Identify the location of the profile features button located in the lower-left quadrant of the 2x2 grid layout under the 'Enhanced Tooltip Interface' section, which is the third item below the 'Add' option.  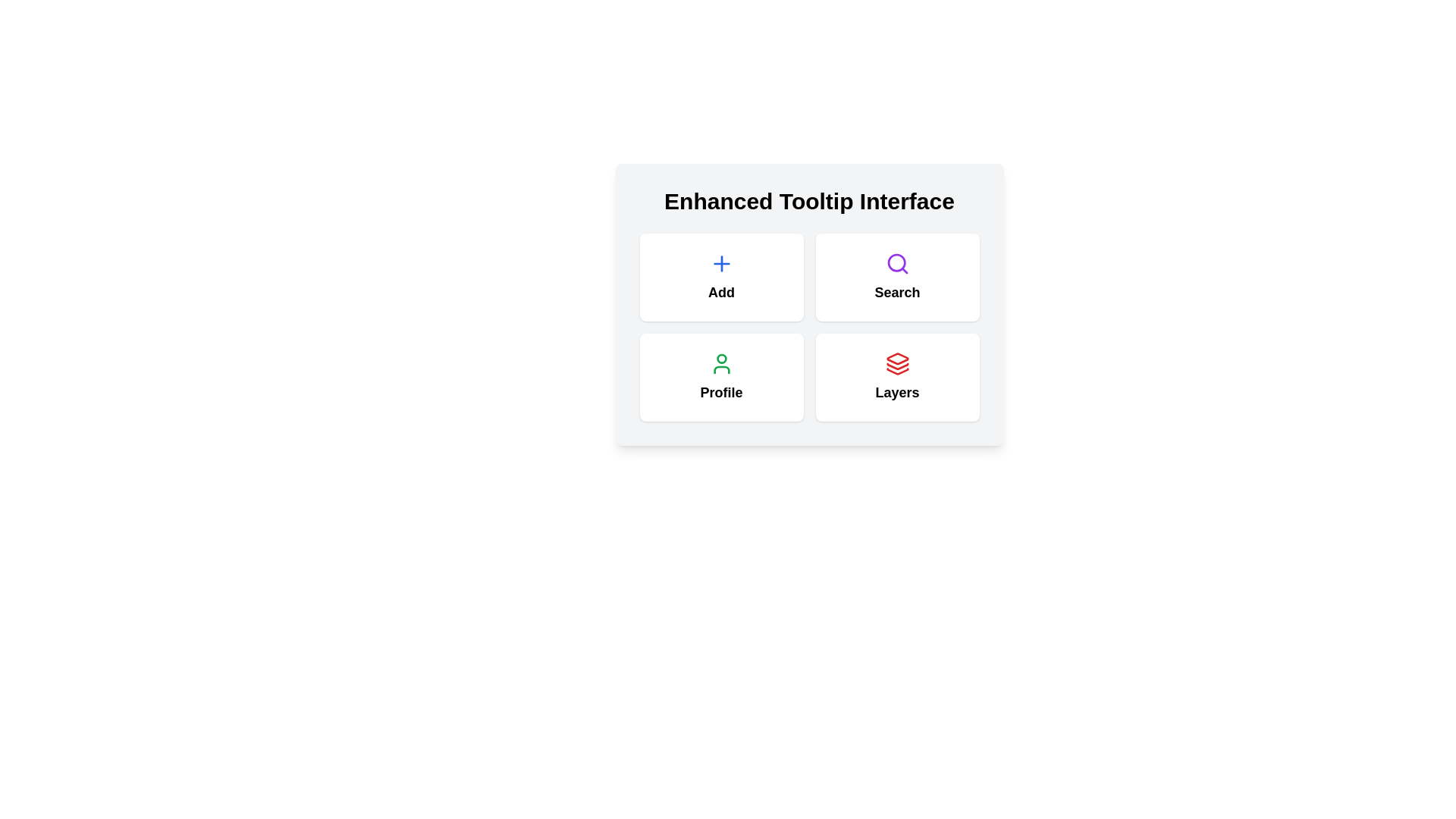
(720, 376).